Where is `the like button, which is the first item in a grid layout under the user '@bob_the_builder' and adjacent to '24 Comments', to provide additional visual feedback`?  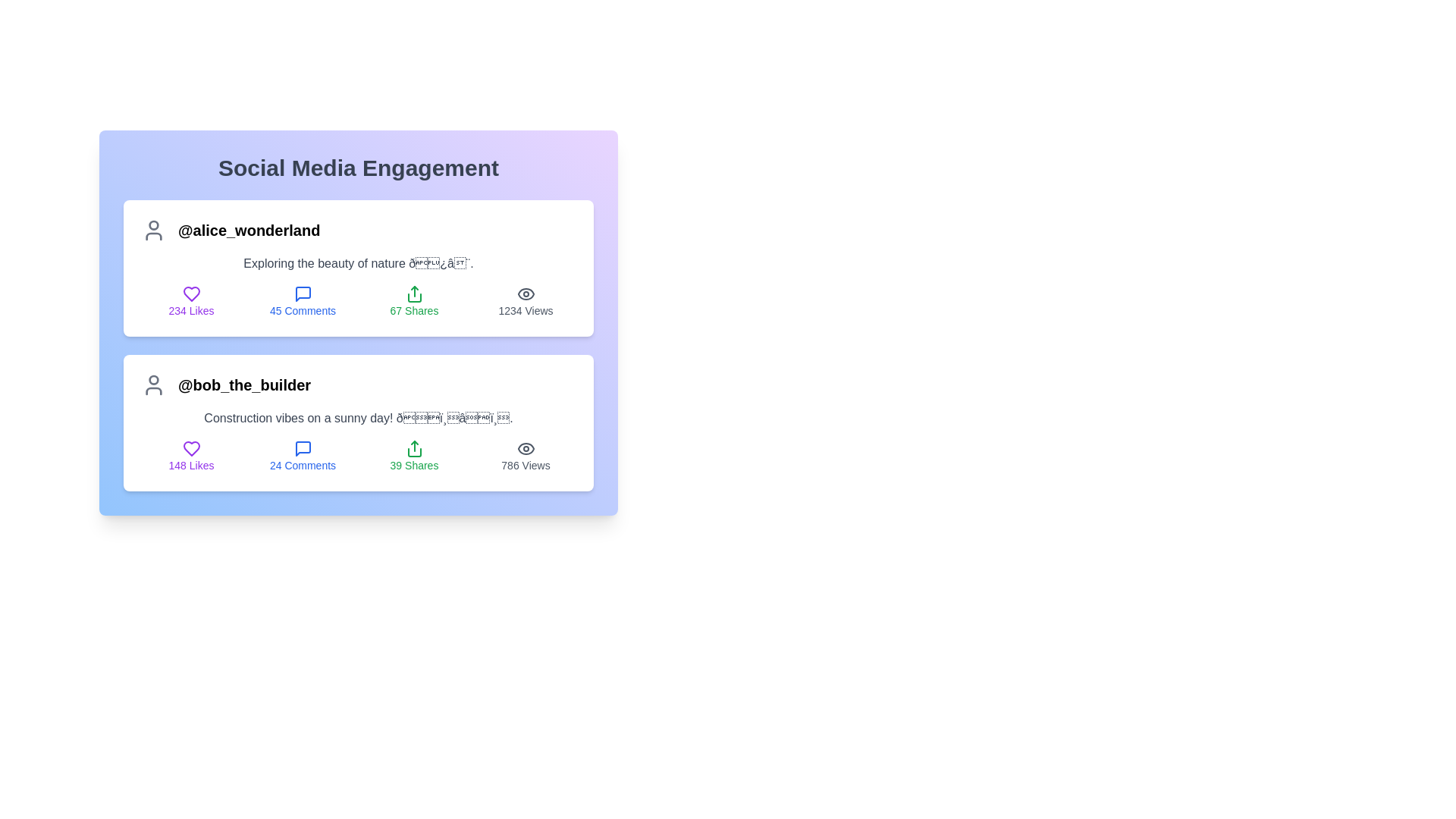
the like button, which is the first item in a grid layout under the user '@bob_the_builder' and adjacent to '24 Comments', to provide additional visual feedback is located at coordinates (190, 455).